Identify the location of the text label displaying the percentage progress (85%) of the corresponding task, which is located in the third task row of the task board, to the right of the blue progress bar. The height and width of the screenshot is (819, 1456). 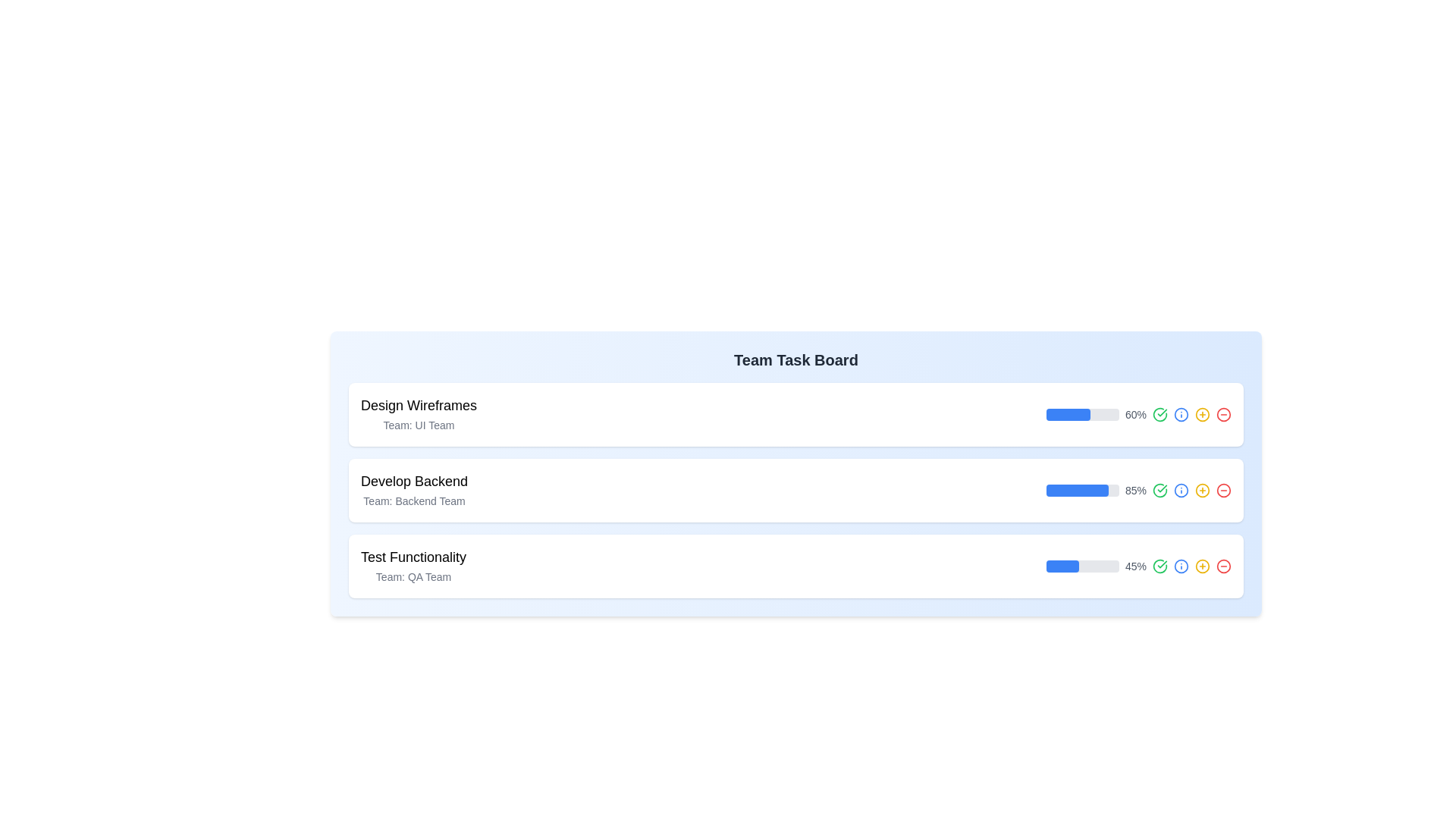
(1135, 491).